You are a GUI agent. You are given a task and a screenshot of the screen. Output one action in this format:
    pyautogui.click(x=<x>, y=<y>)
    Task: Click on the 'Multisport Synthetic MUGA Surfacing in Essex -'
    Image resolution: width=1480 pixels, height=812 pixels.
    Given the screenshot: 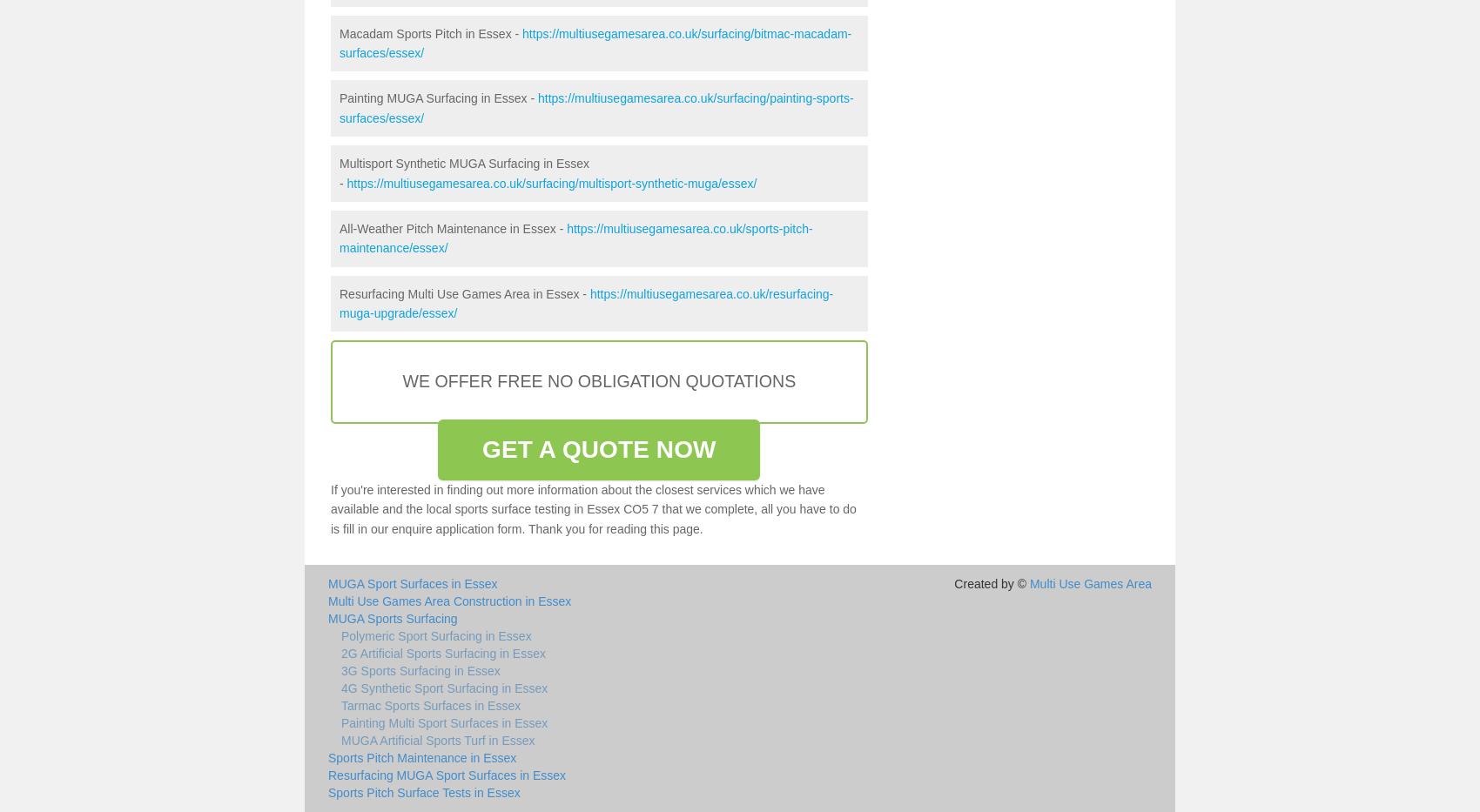 What is the action you would take?
    pyautogui.click(x=338, y=173)
    